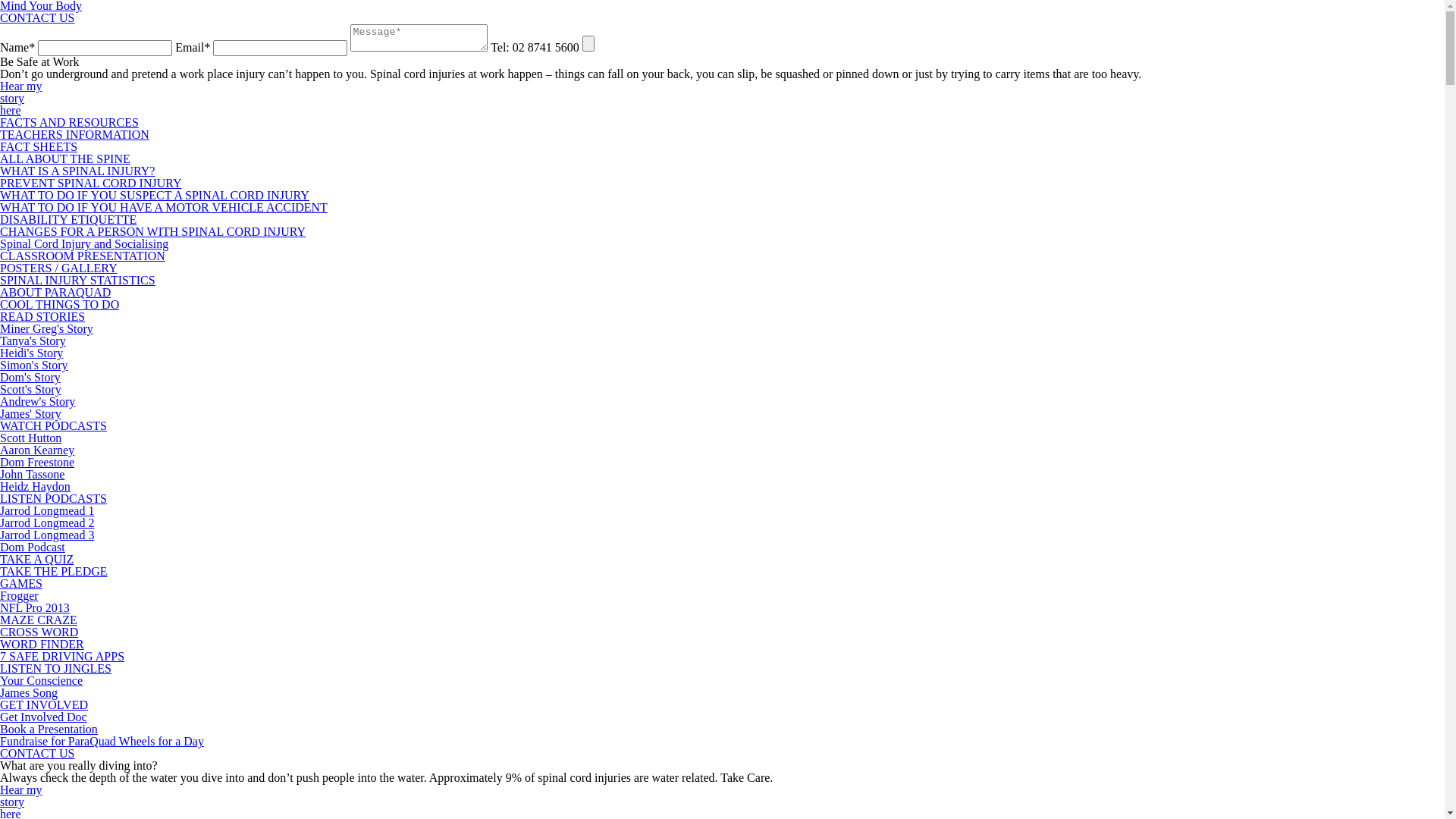 The image size is (1456, 819). I want to click on 'READ STORIES', so click(42, 315).